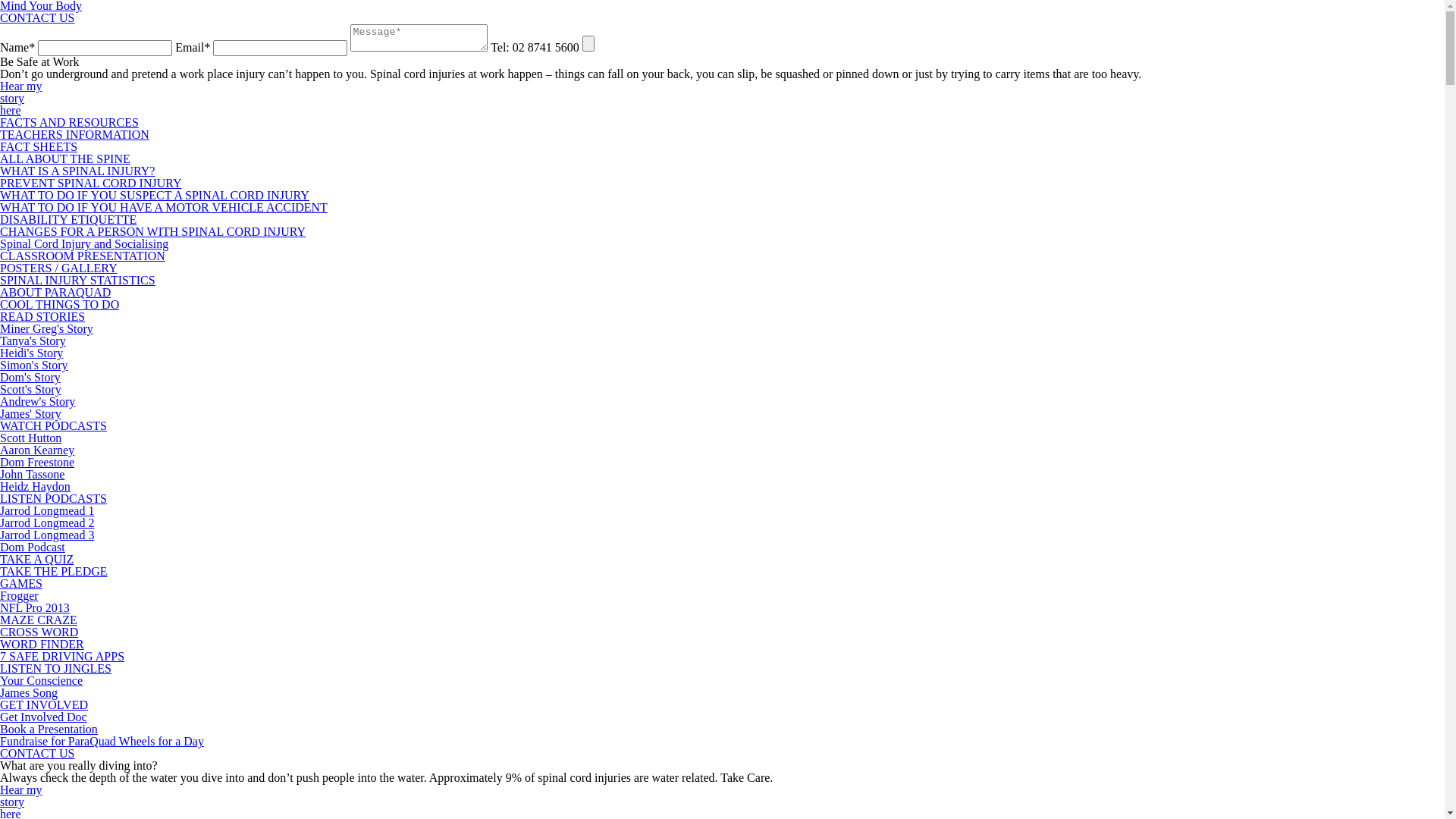 The image size is (1456, 819). I want to click on 'READ STORIES', so click(42, 315).